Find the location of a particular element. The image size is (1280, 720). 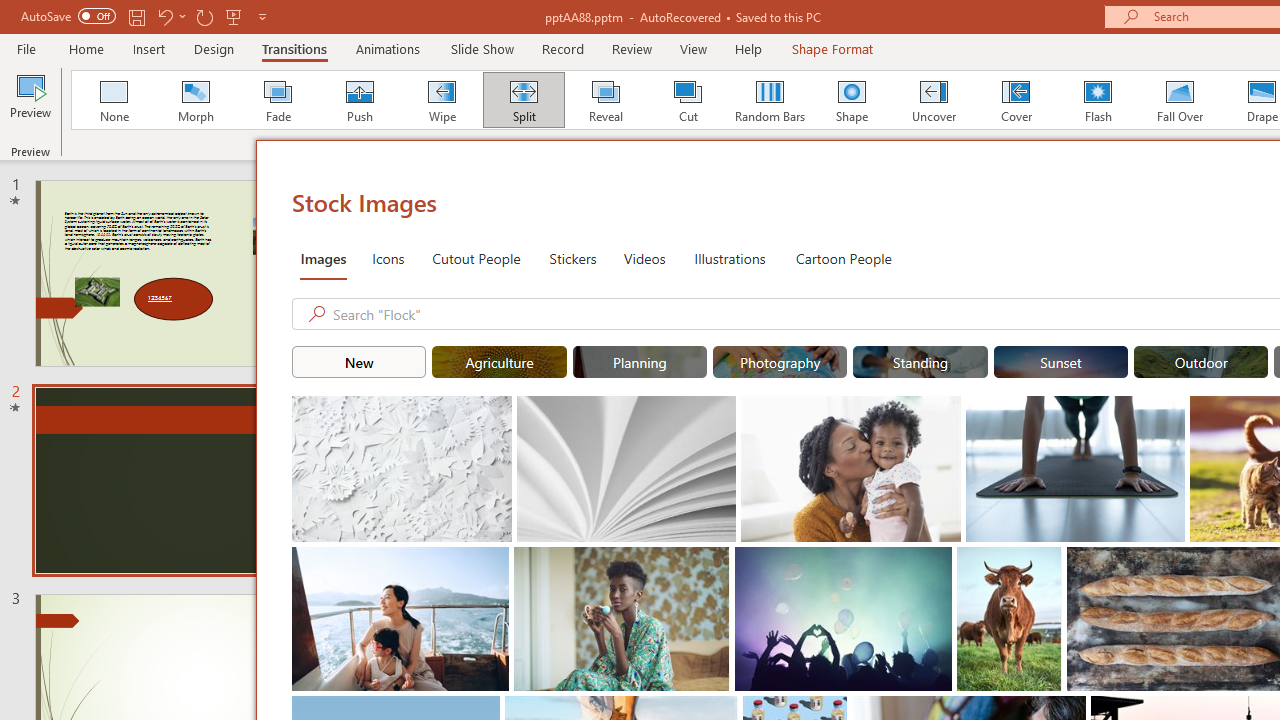

'System' is located at coordinates (10, 11).